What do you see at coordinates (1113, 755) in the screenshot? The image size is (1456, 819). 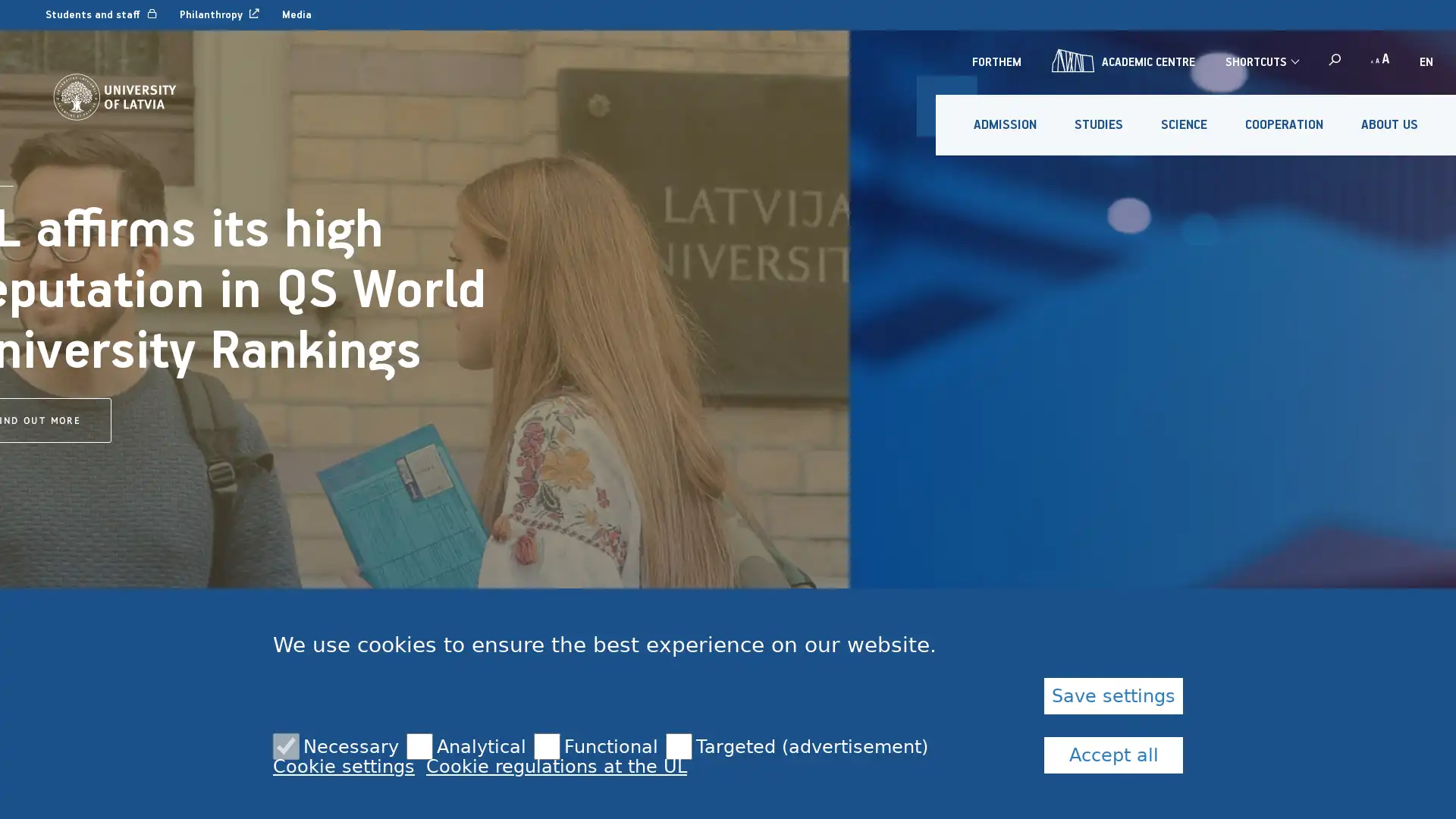 I see `Accept all` at bounding box center [1113, 755].